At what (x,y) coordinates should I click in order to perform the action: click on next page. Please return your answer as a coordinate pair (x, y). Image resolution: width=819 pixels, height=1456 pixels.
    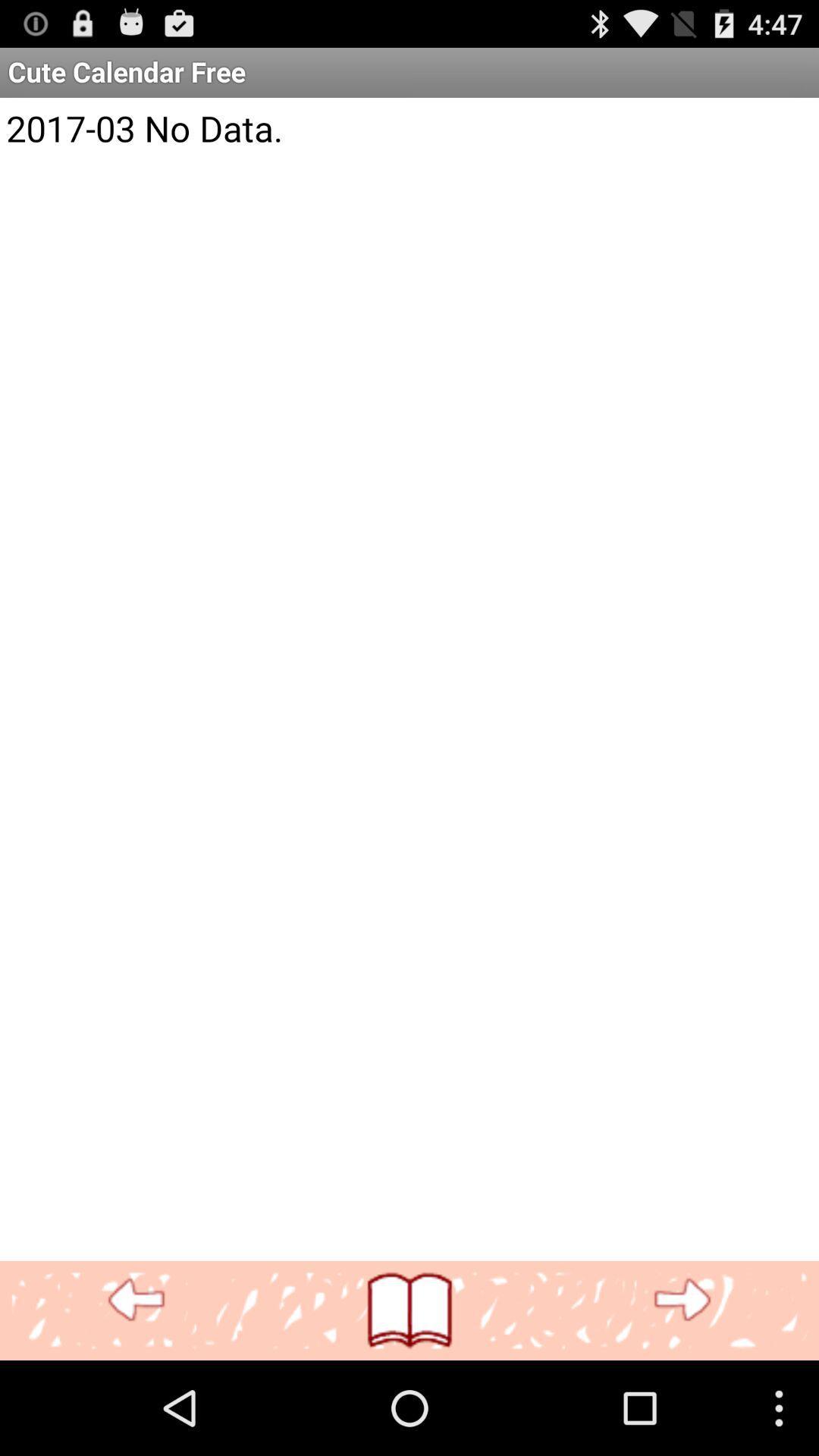
    Looking at the image, I should click on (681, 1300).